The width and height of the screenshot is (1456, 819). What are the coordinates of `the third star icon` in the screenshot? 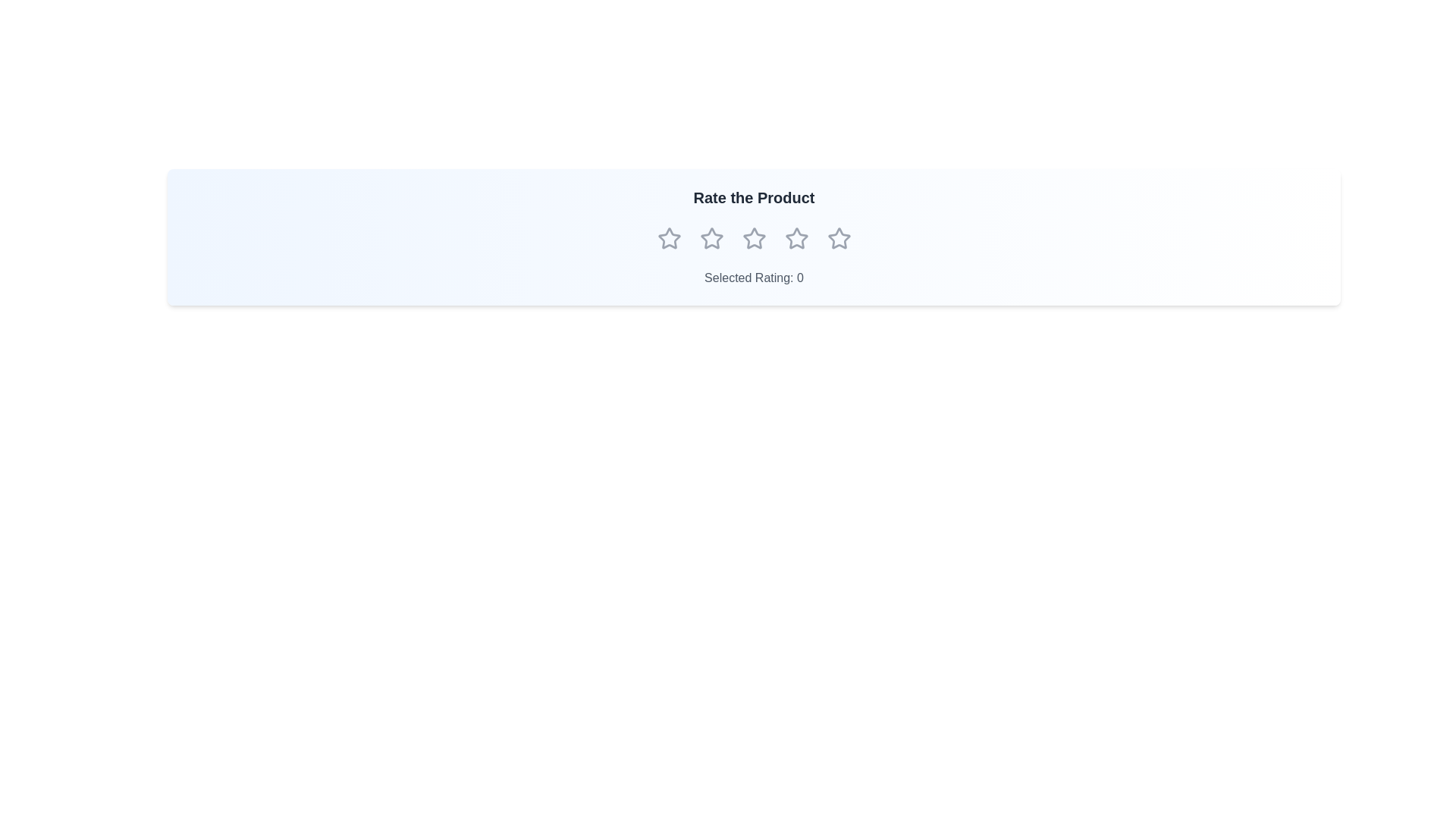 It's located at (754, 238).